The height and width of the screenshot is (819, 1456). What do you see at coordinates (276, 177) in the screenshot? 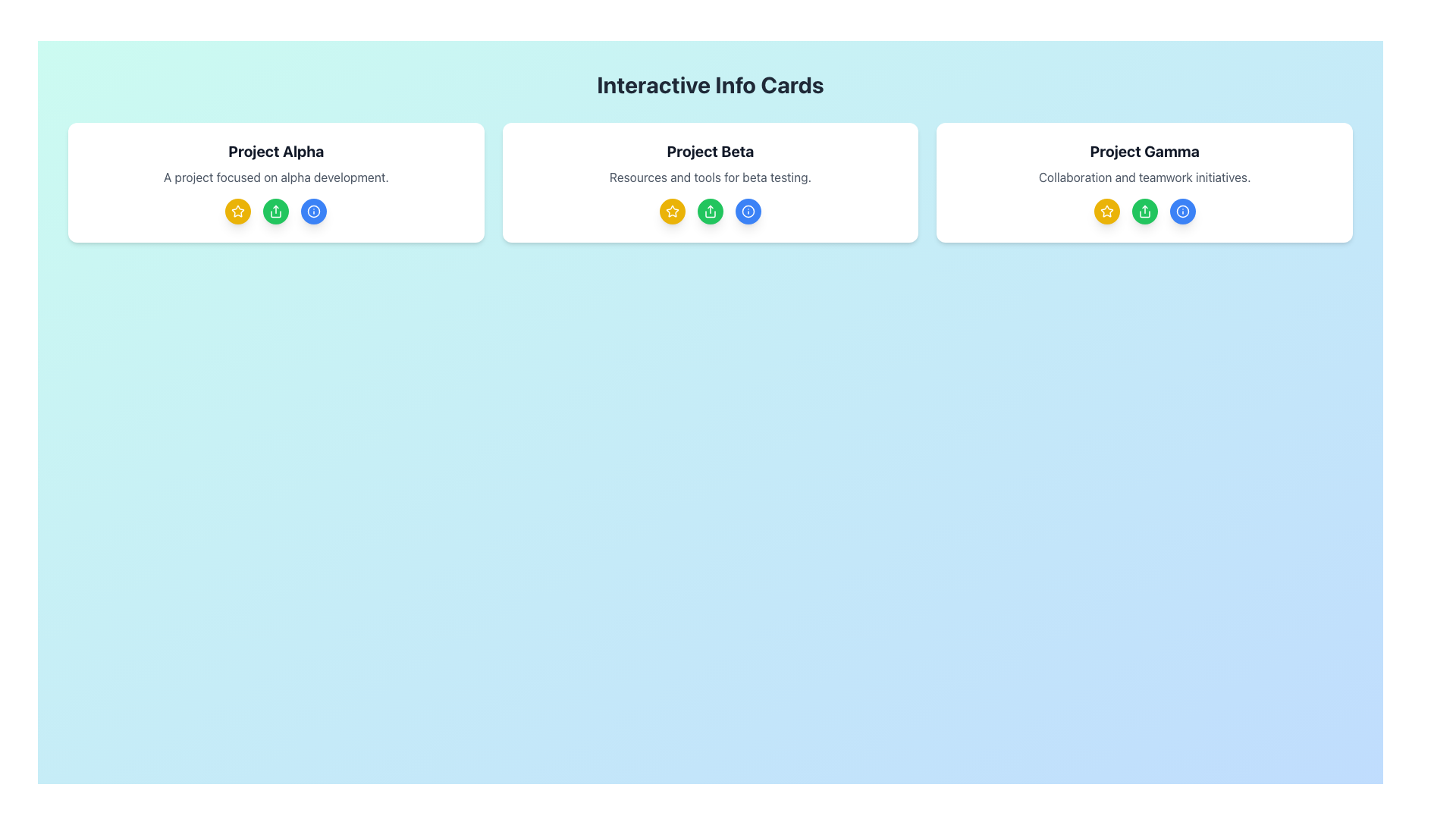
I see `text that states 'A project focused on alpha development.' located below the title 'Project Alpha' within the bordered card layout` at bounding box center [276, 177].